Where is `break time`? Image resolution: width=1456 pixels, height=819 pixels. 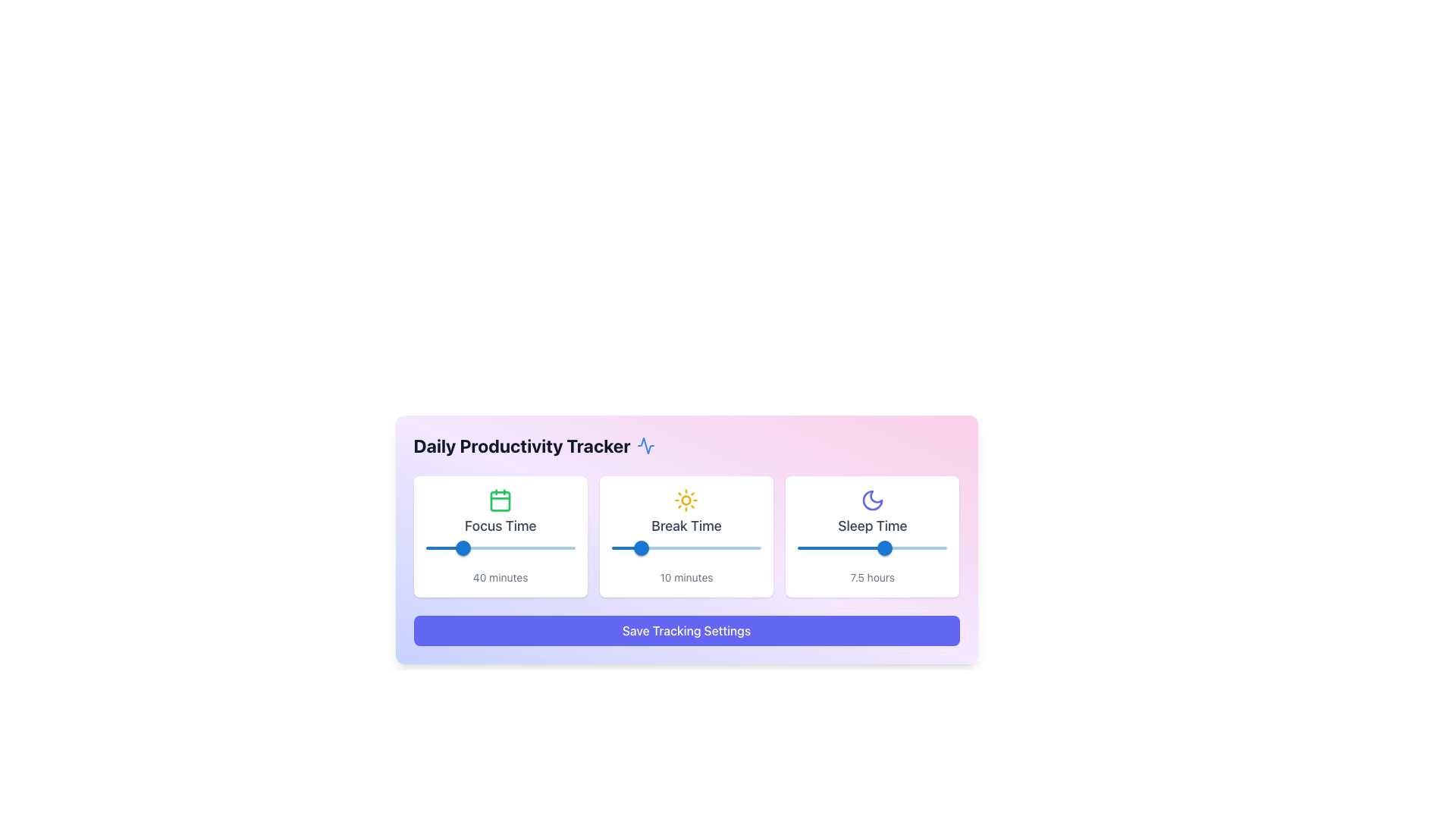 break time is located at coordinates (718, 548).